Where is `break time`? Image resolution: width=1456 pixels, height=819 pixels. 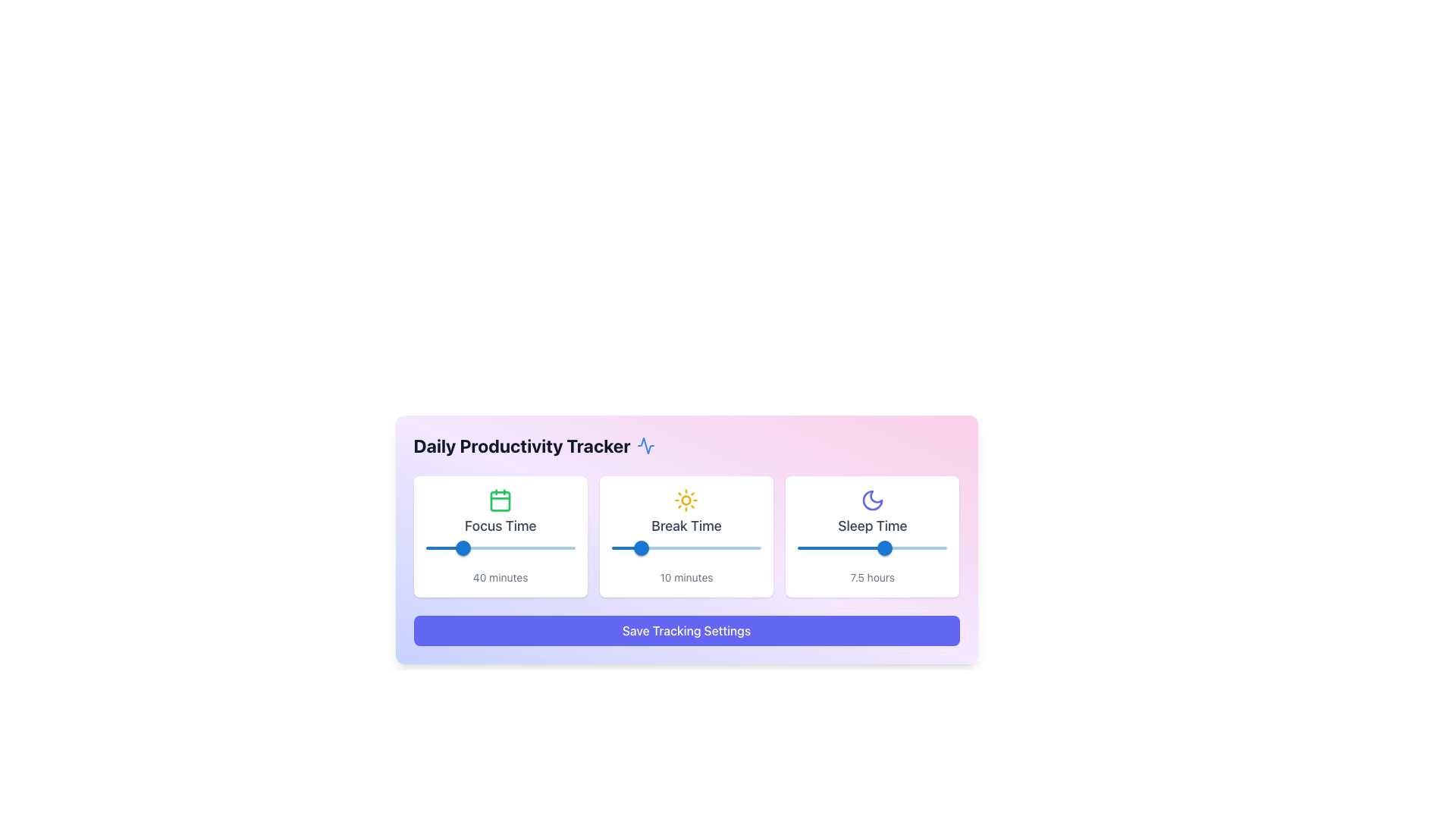 break time is located at coordinates (718, 548).